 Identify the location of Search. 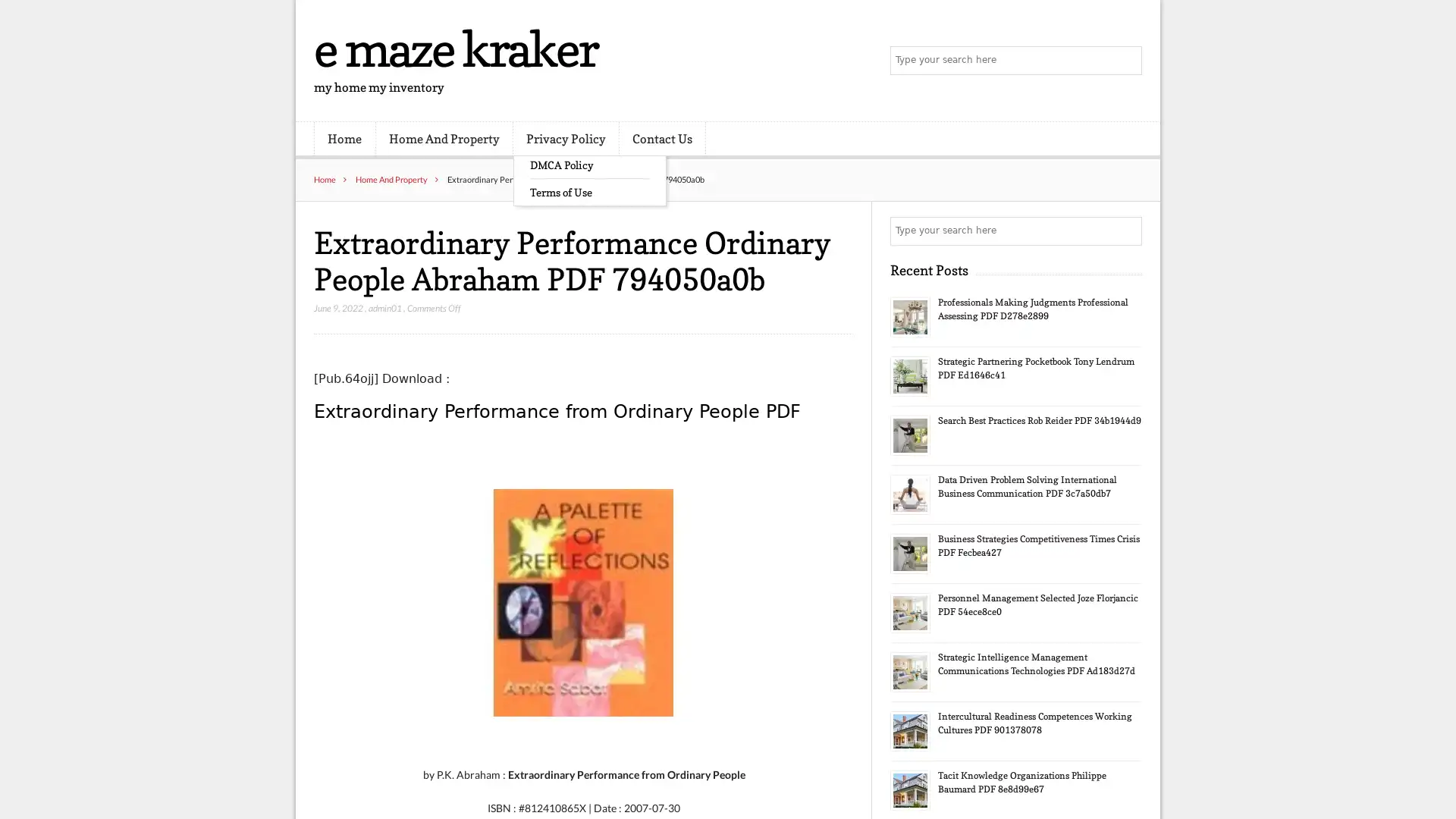
(1126, 231).